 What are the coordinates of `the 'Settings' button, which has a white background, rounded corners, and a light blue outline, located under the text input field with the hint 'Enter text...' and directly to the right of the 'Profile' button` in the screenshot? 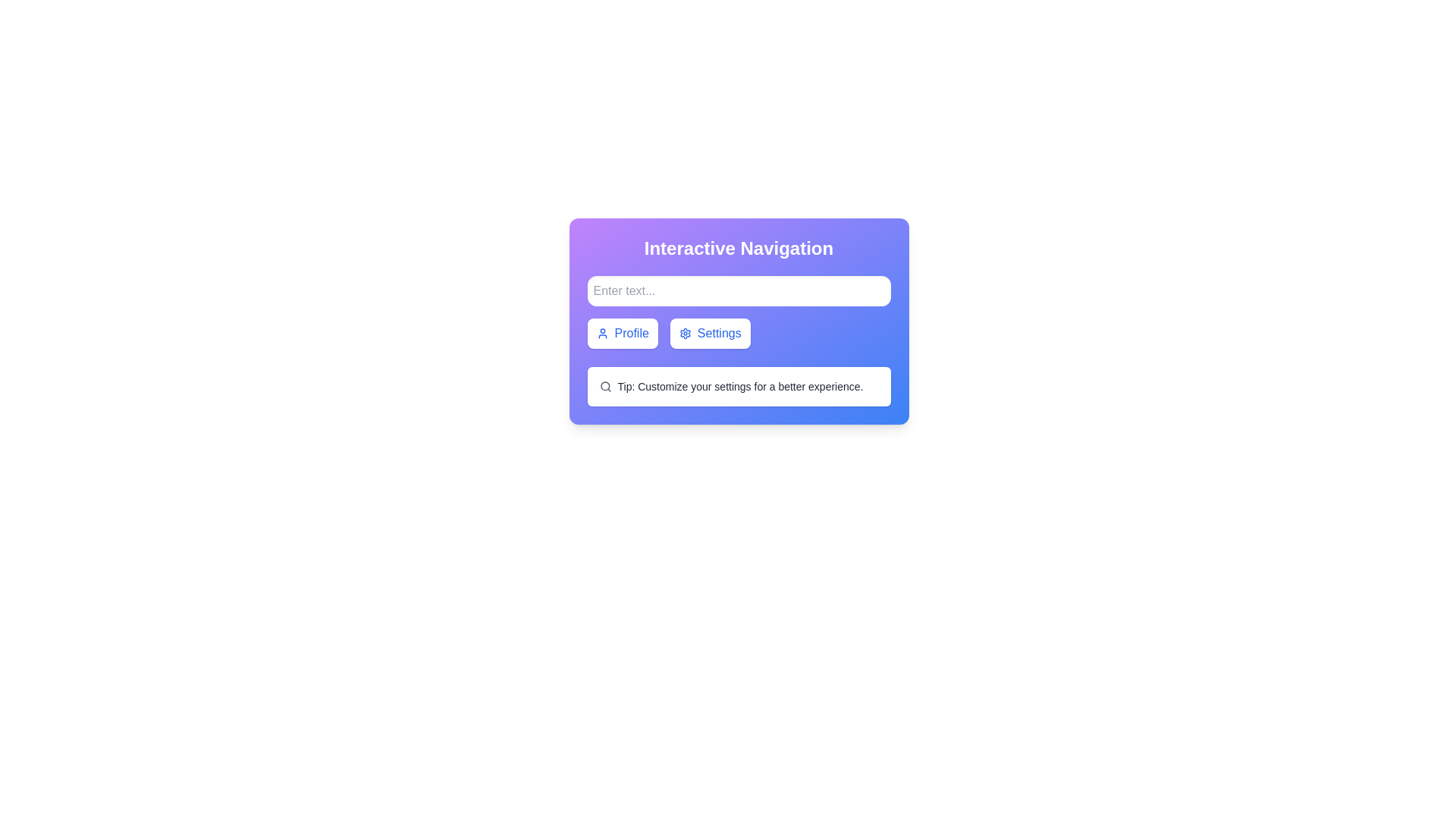 It's located at (709, 332).